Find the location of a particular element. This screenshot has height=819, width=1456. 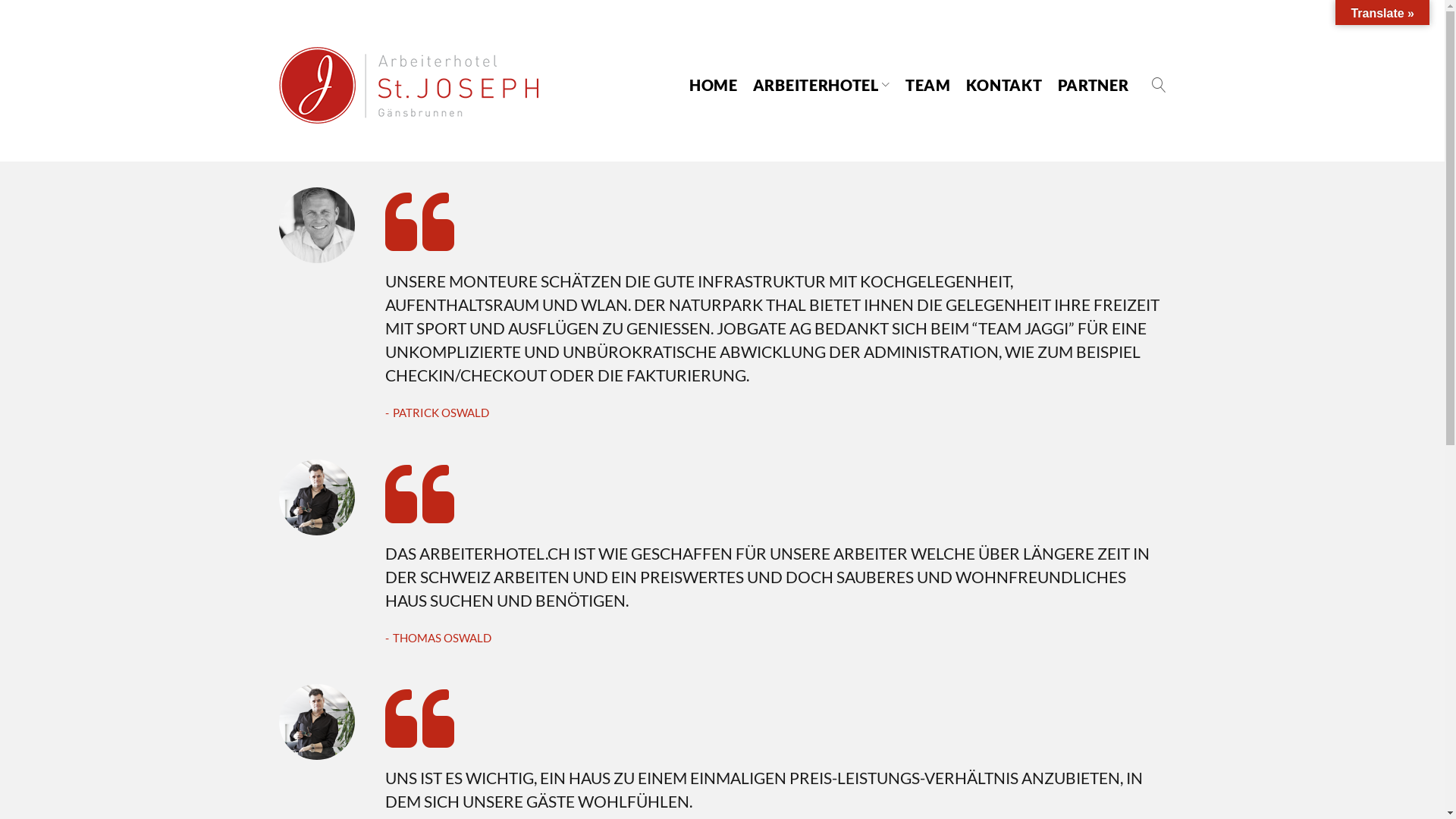

'HOME' is located at coordinates (712, 85).